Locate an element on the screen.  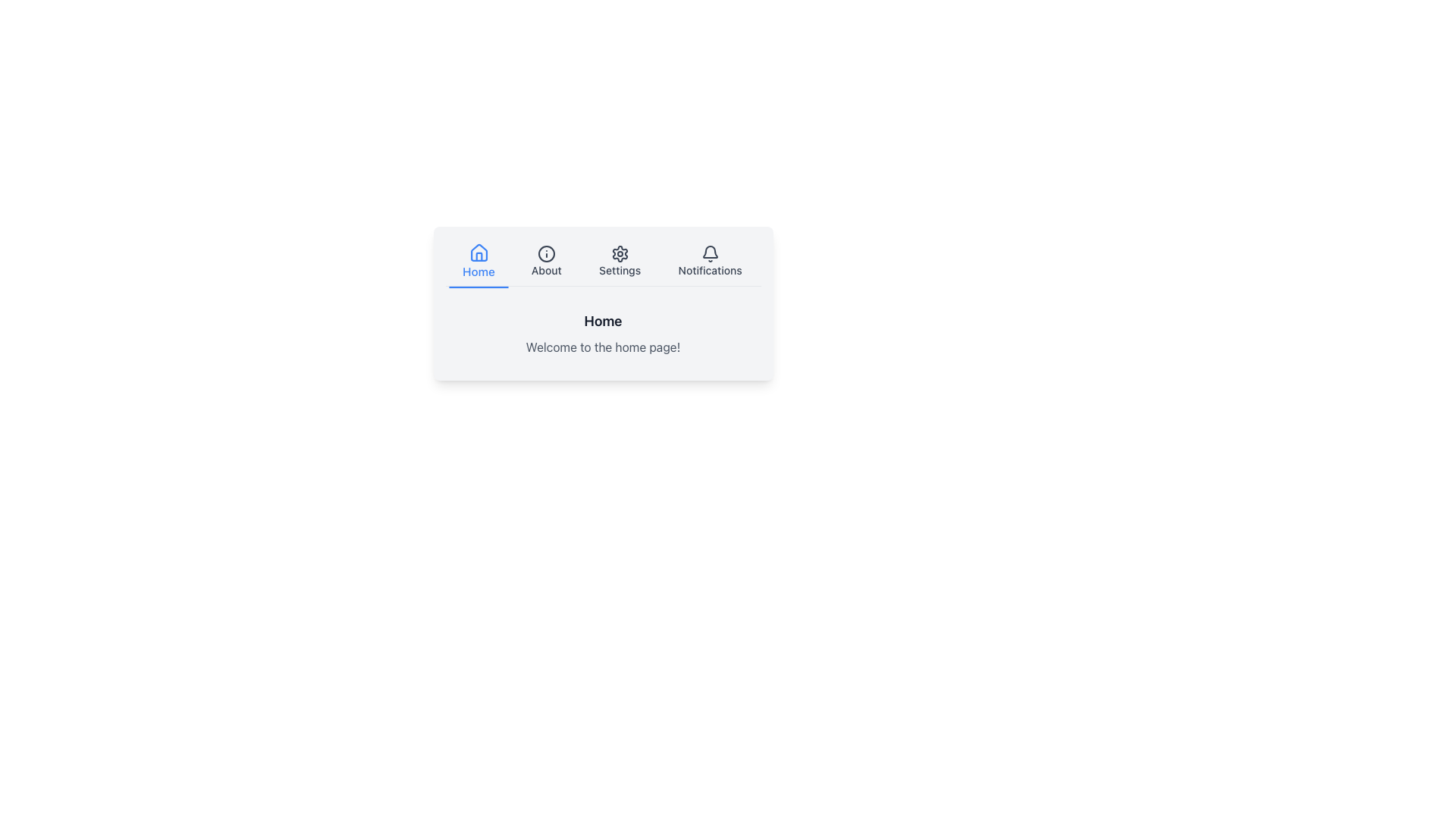
the introductory message text located below the 'Home' text on the home page is located at coordinates (602, 347).